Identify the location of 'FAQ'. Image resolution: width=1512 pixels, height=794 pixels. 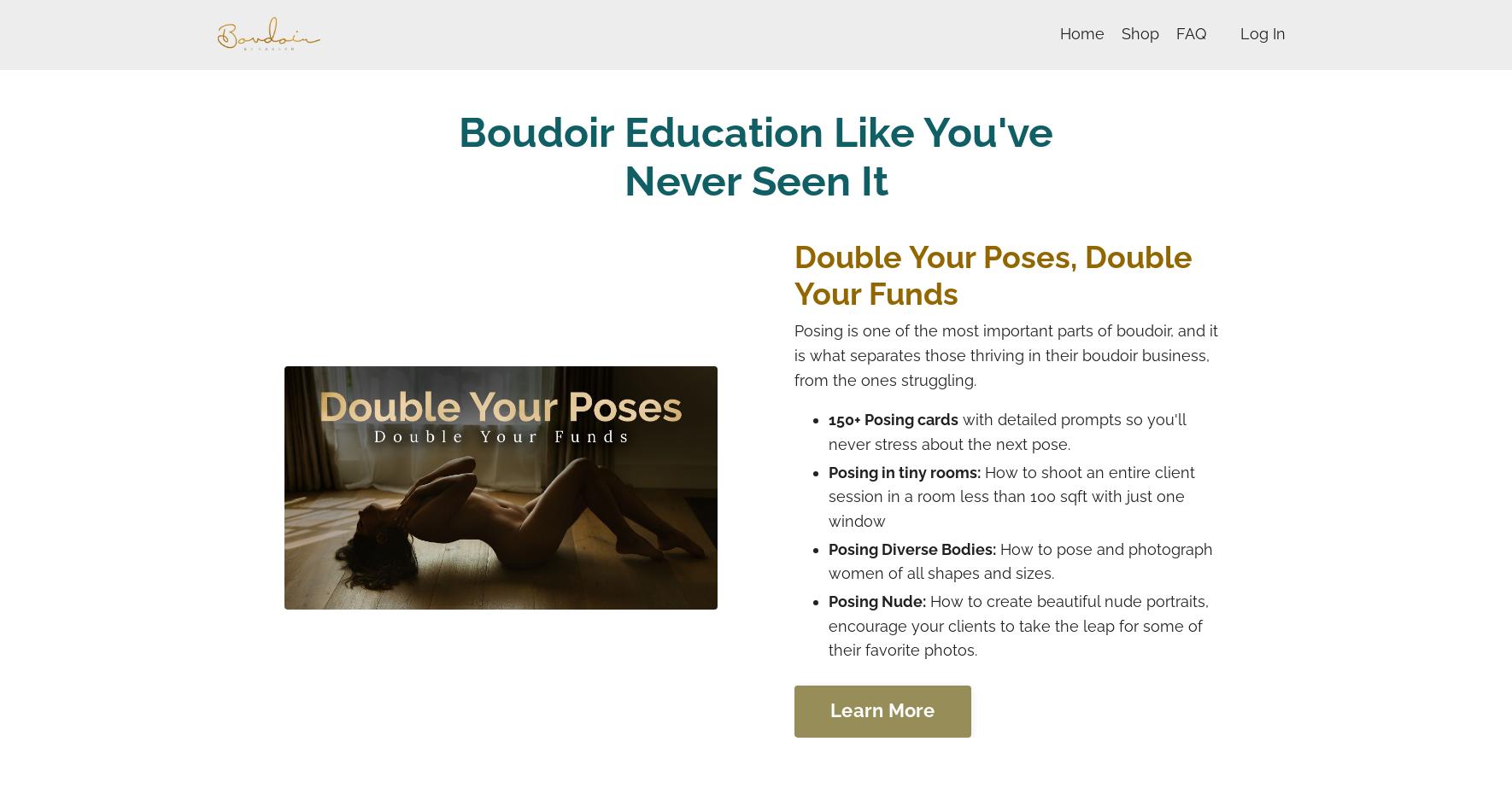
(1191, 32).